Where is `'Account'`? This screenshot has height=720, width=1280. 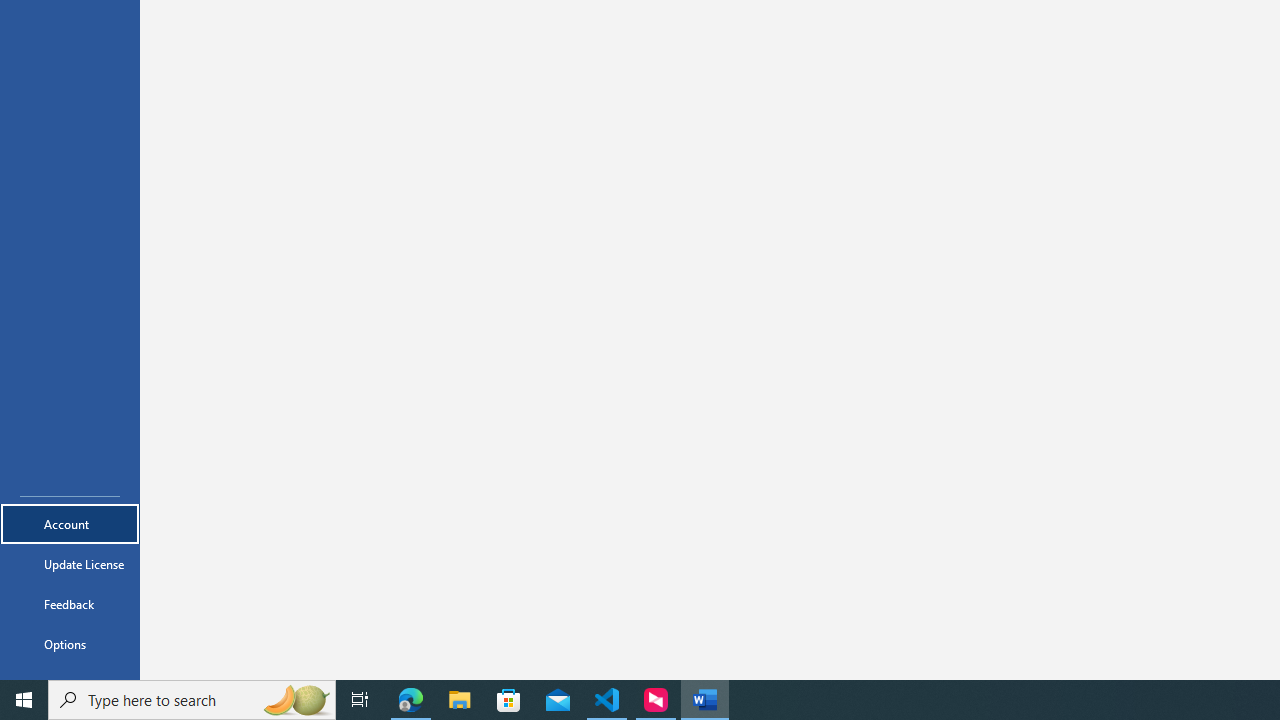
'Account' is located at coordinates (69, 523).